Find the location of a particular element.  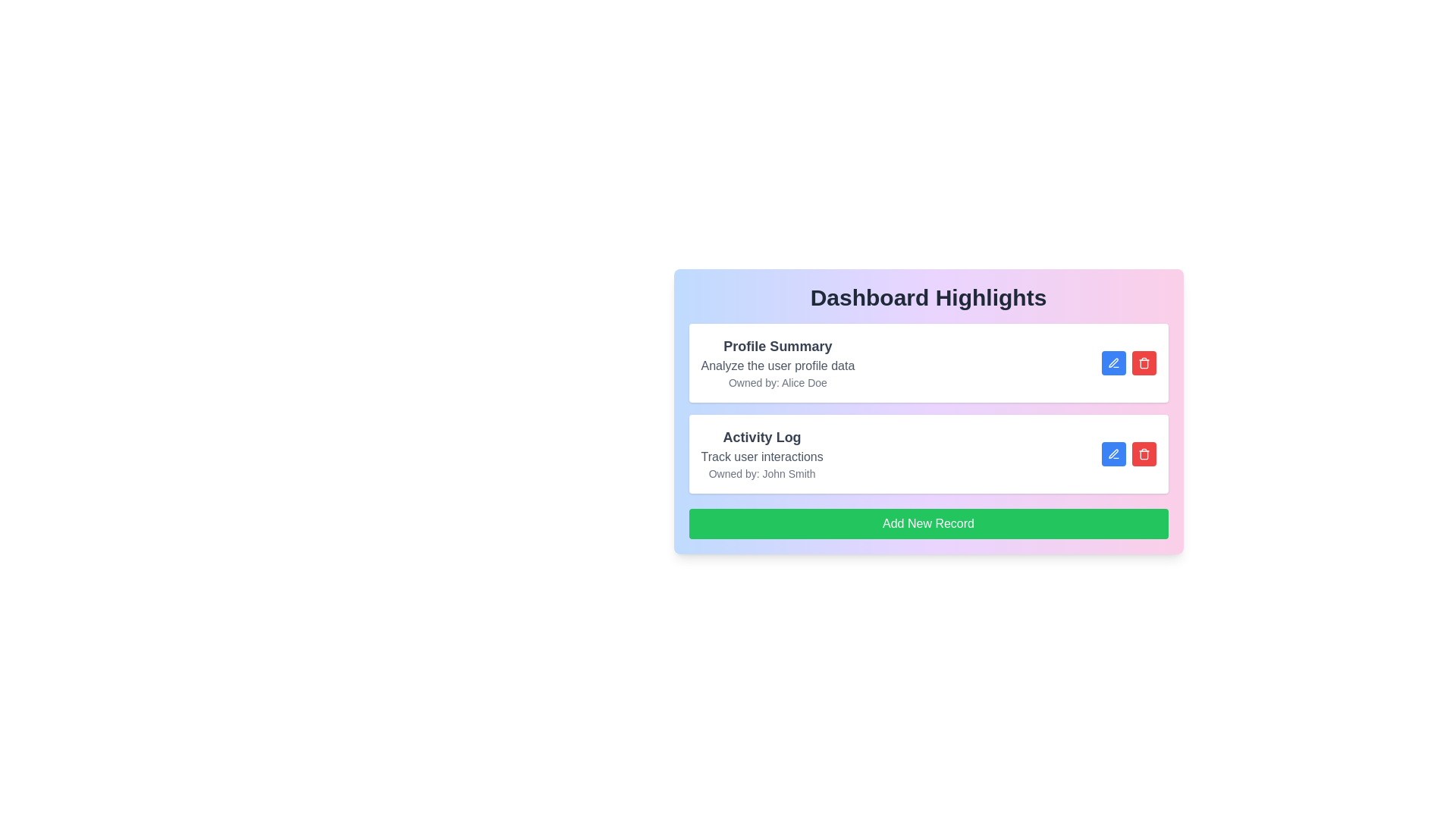

the deletion icon located to the far right of the 'Activity Log' row in the 'Dashboard Highlights' section is located at coordinates (1144, 362).